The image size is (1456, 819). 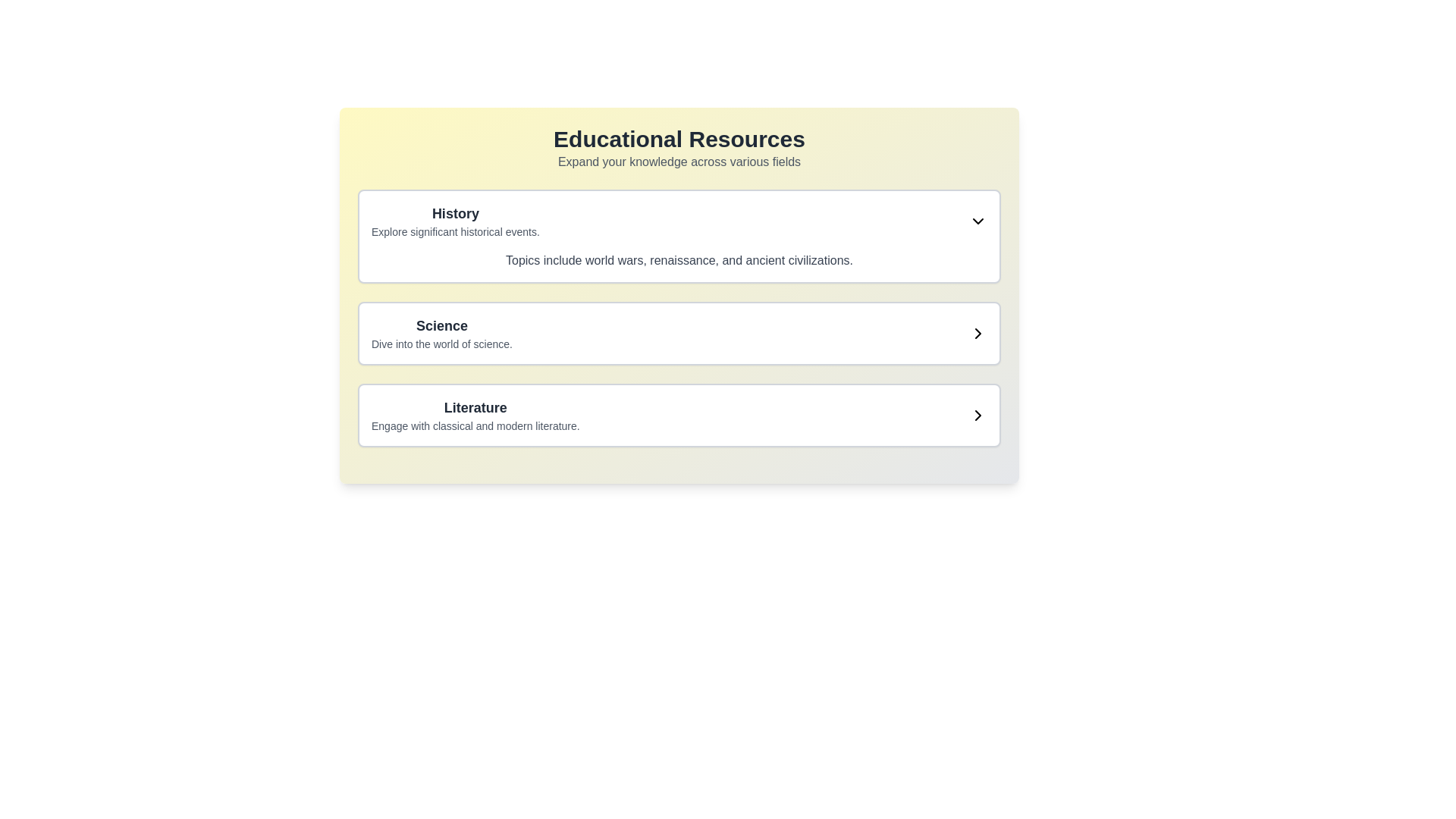 I want to click on the static text displaying 'Explore significant historical events.' located below the 'History' title in the educational resources interface, so click(x=454, y=231).